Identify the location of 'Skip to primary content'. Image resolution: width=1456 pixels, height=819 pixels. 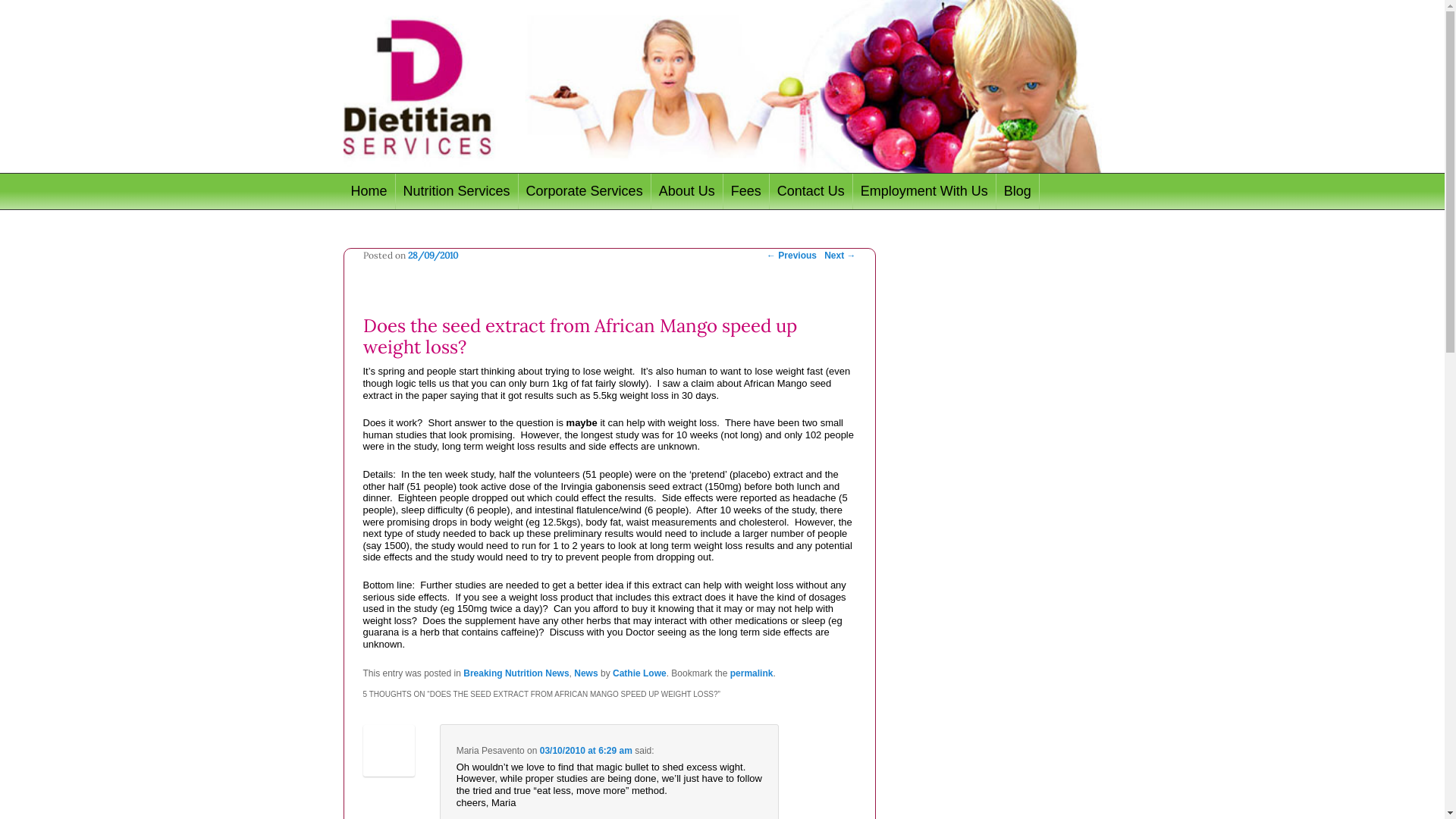
(420, 190).